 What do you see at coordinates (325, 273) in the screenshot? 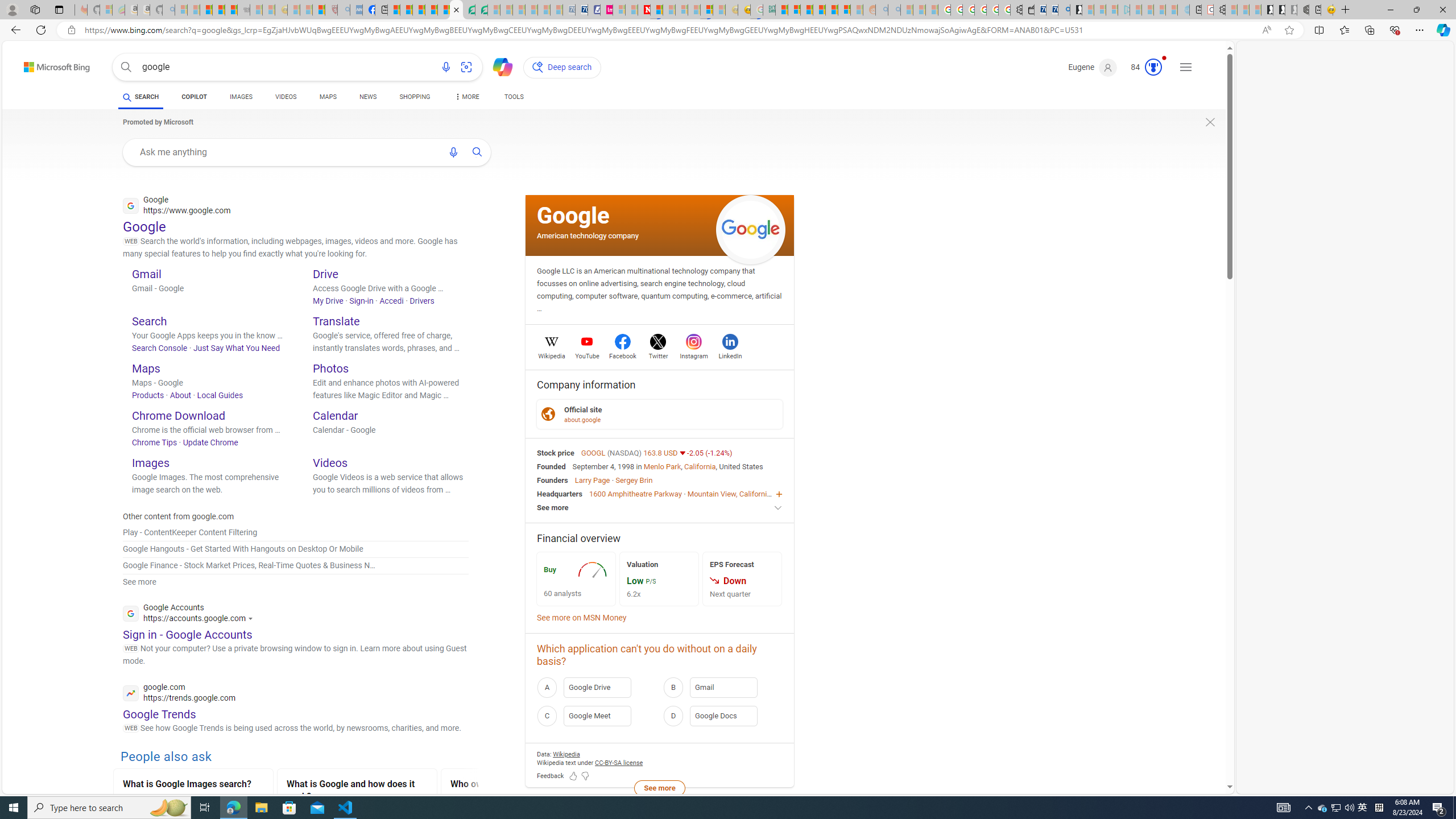
I see `'Drive'` at bounding box center [325, 273].